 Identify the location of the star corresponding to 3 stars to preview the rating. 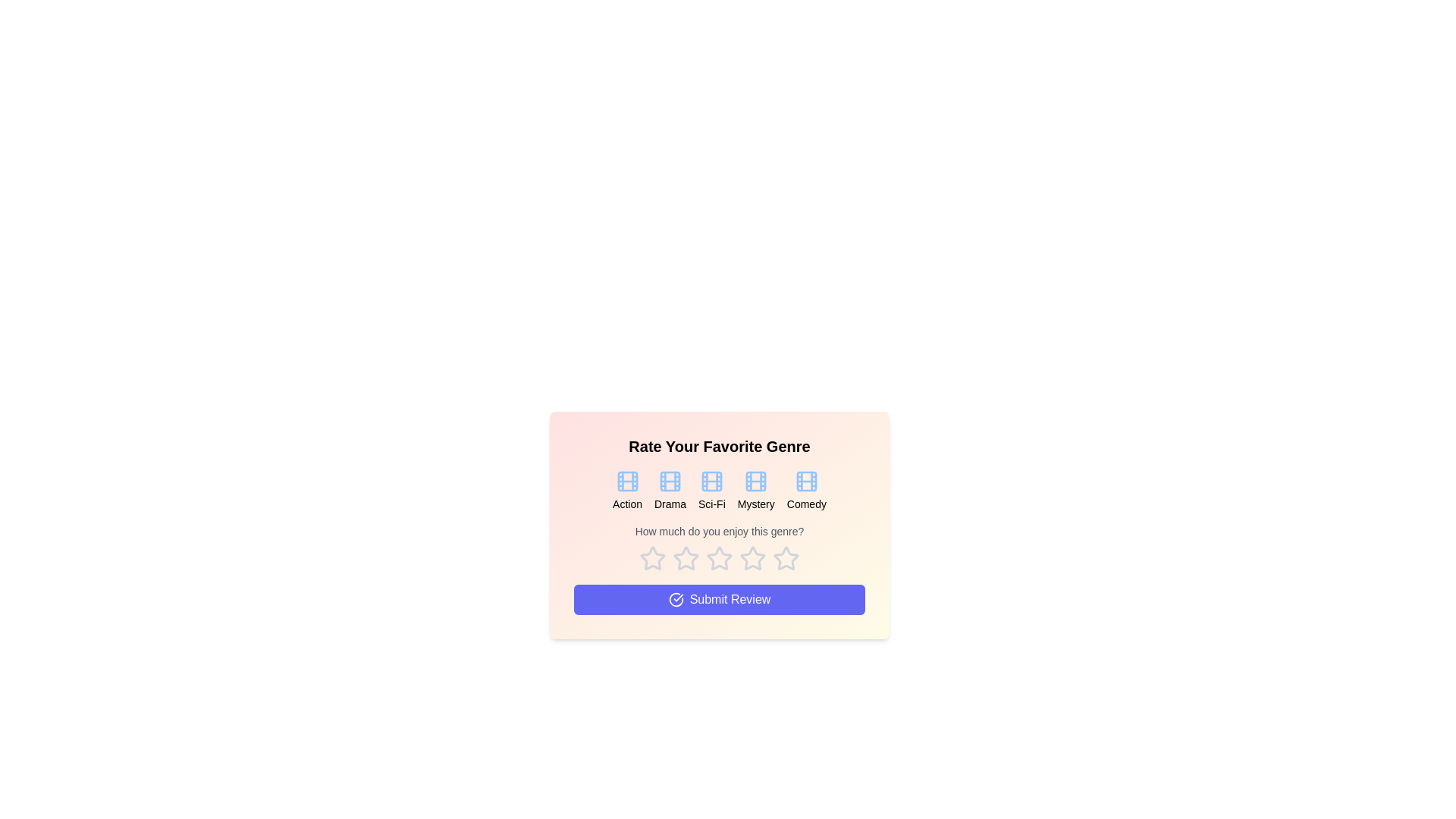
(719, 558).